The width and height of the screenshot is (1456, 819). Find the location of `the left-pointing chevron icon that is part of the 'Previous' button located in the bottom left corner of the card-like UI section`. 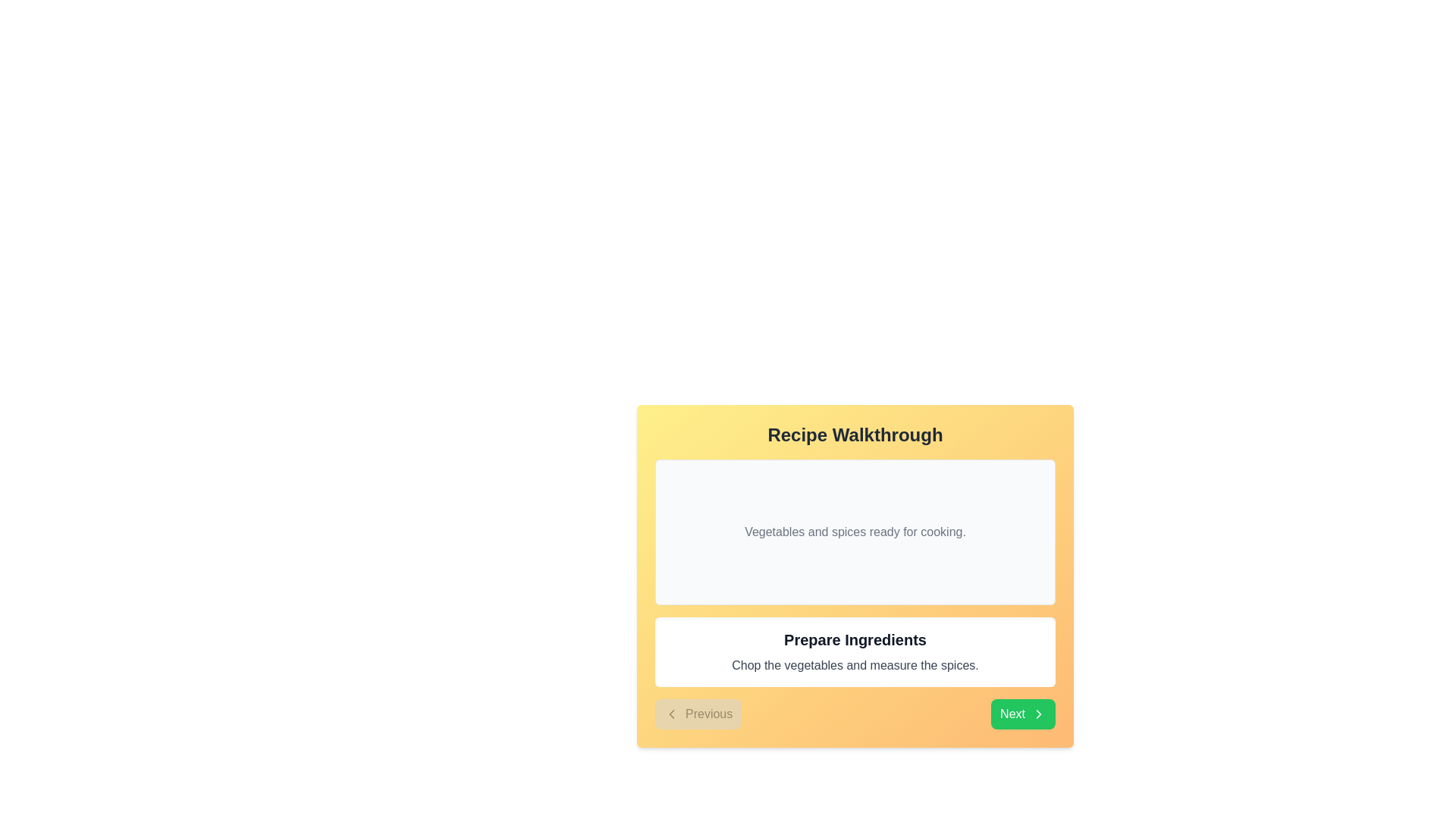

the left-pointing chevron icon that is part of the 'Previous' button located in the bottom left corner of the card-like UI section is located at coordinates (671, 714).